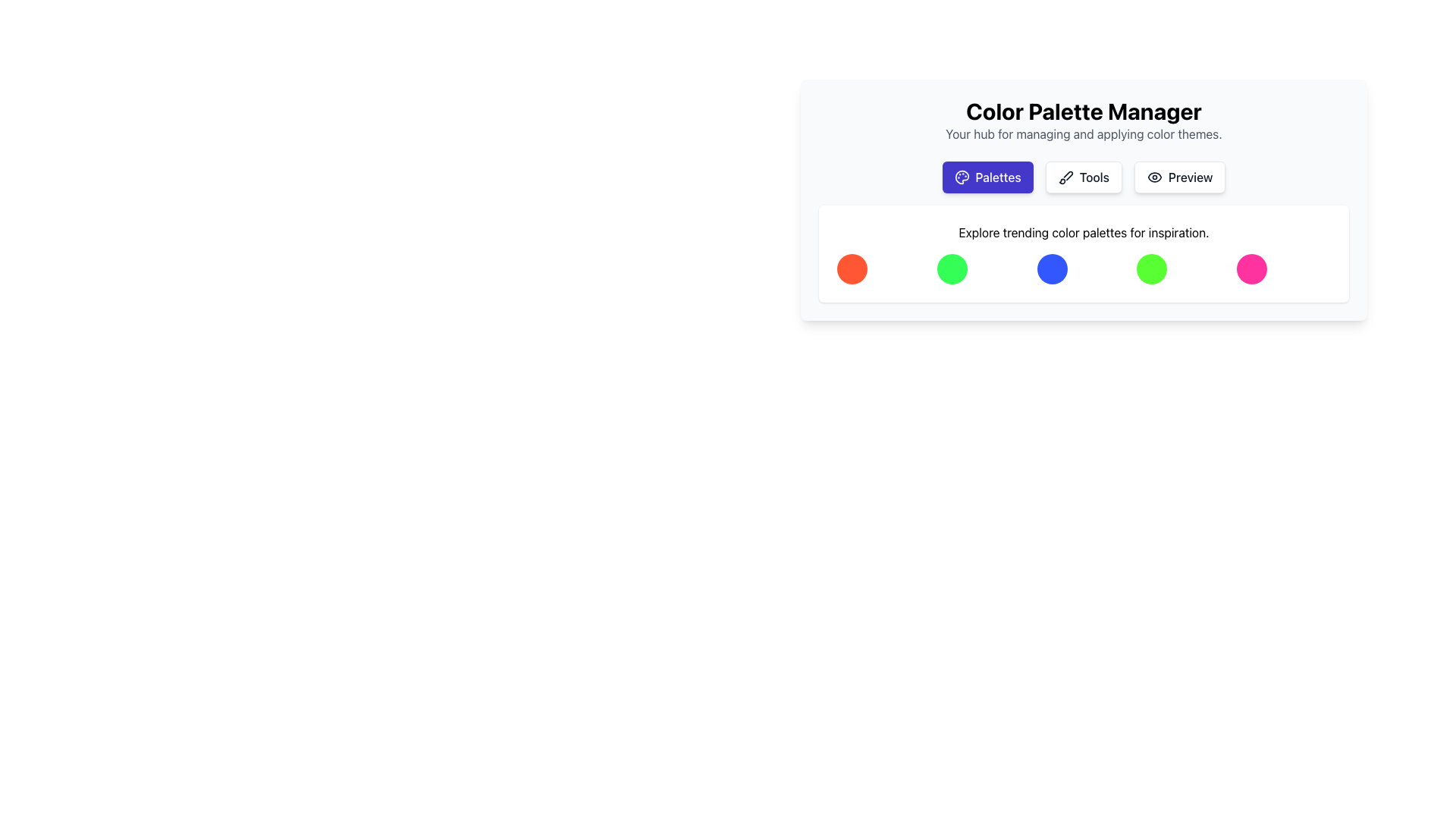 This screenshot has width=1456, height=819. I want to click on outer structure of the eye icon located in the top-right corner of the interface to examine its visual style or SVG properties, so click(1153, 177).